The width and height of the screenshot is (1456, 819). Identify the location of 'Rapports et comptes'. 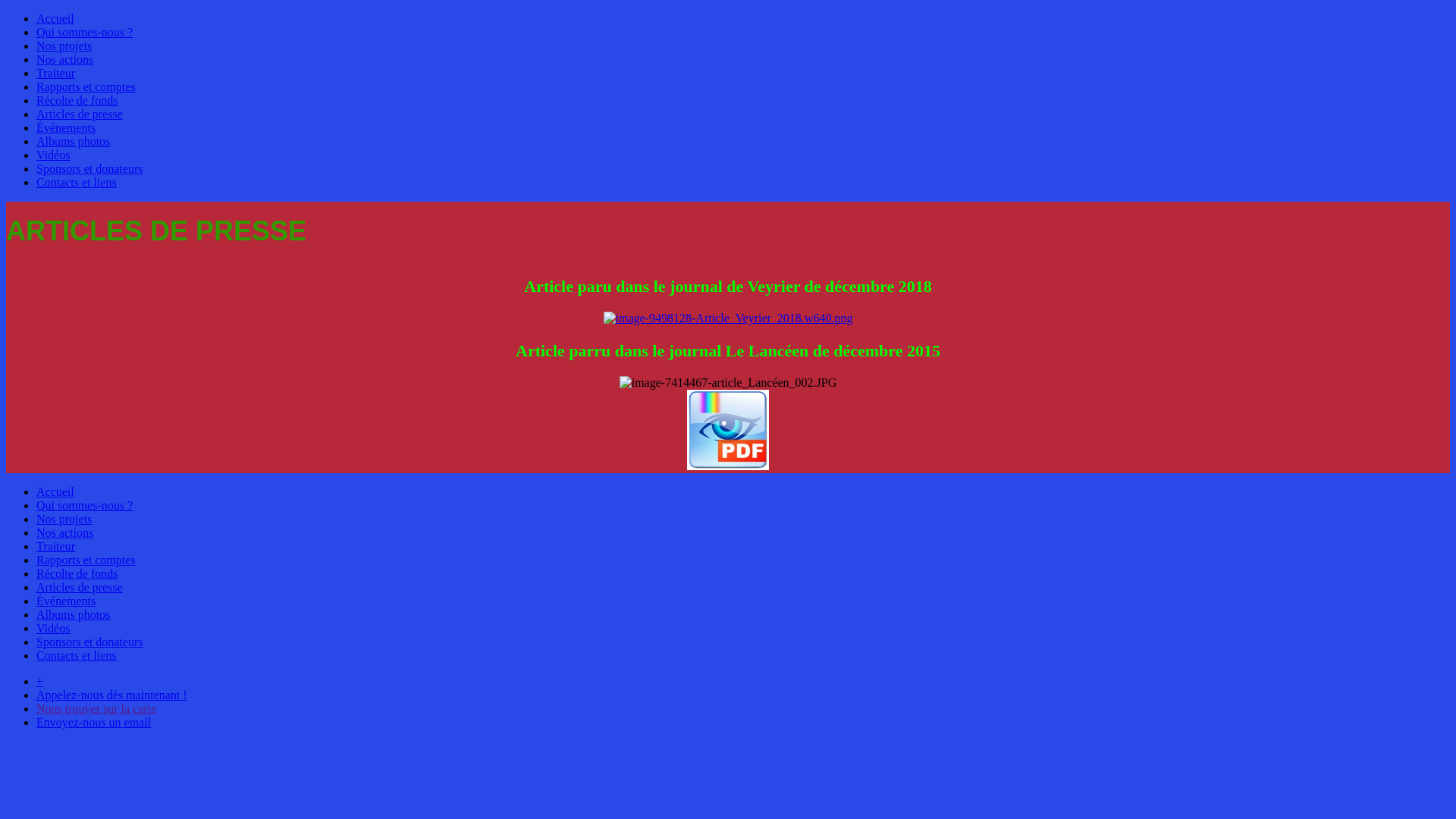
(85, 86).